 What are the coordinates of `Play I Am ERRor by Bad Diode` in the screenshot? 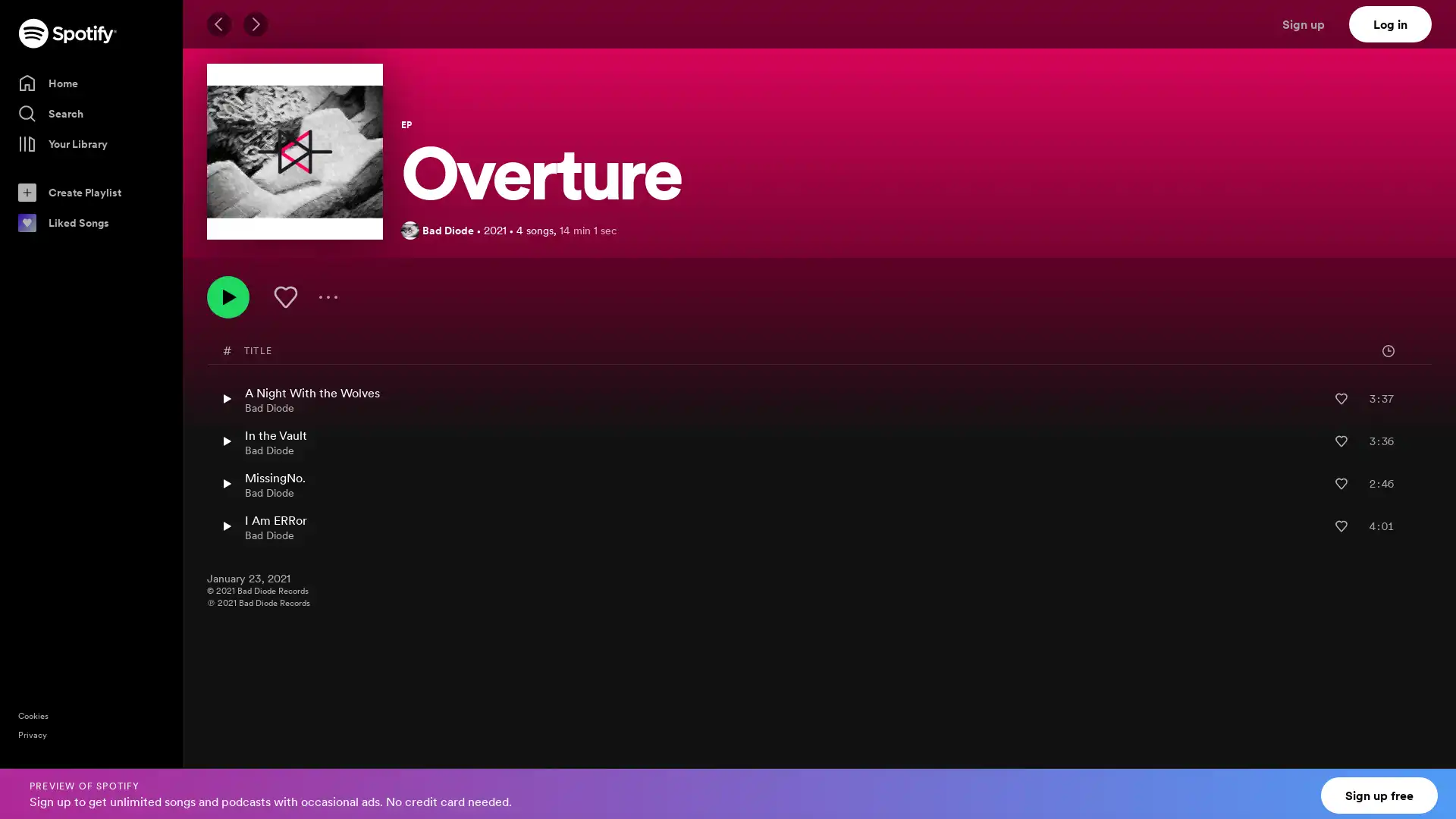 It's located at (225, 526).